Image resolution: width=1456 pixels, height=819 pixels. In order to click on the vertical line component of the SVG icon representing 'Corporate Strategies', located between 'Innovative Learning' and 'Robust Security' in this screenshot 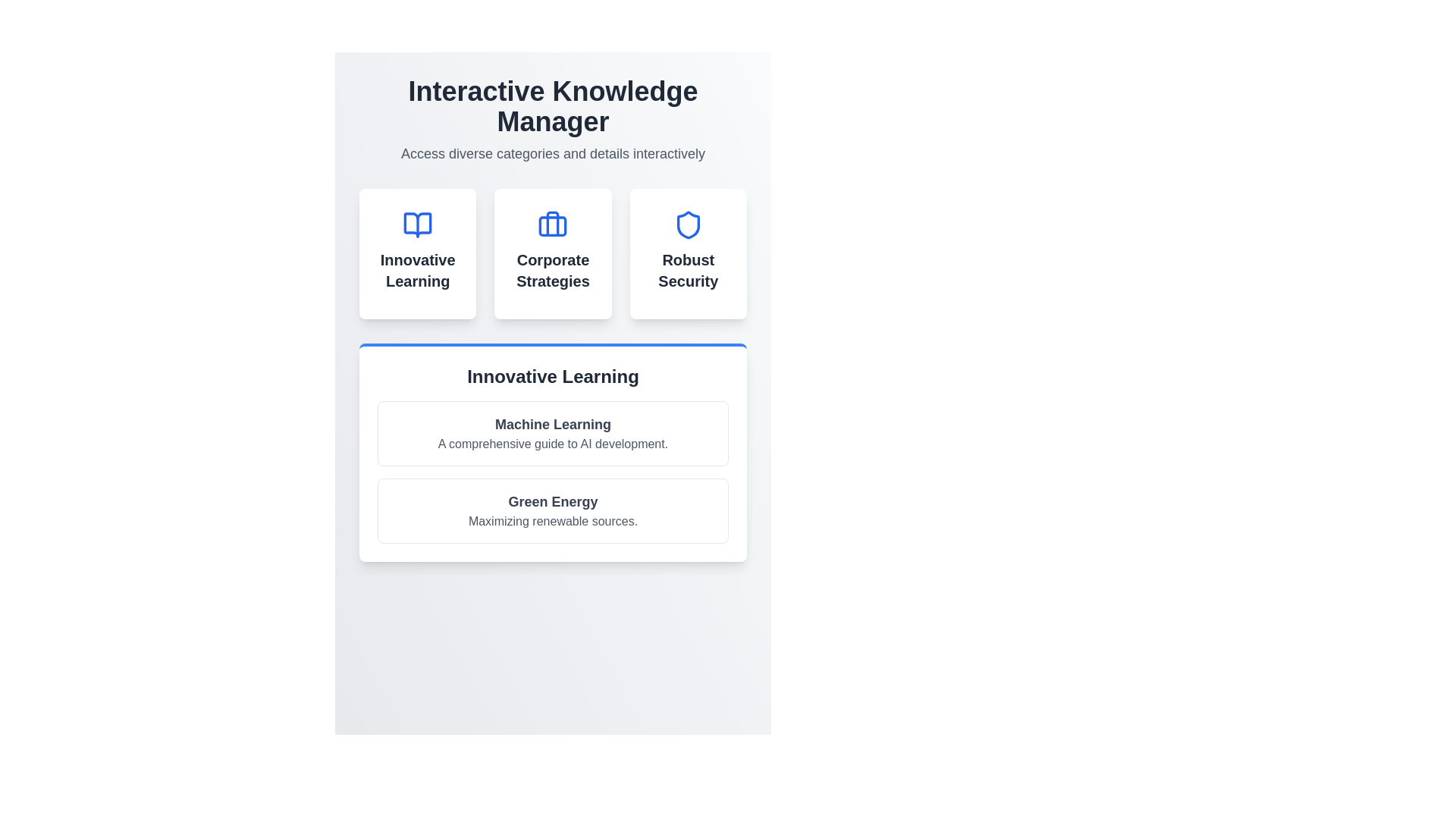, I will do `click(552, 224)`.